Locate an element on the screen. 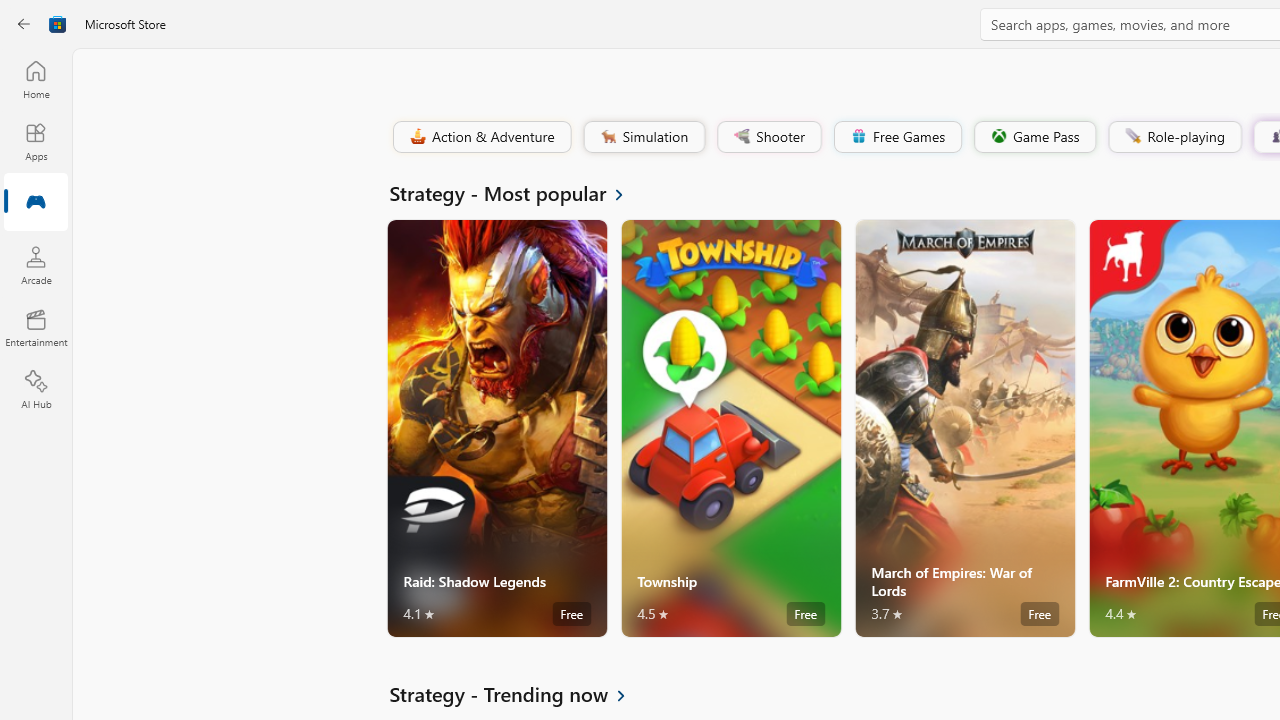  'Shooter' is located at coordinates (767, 135).